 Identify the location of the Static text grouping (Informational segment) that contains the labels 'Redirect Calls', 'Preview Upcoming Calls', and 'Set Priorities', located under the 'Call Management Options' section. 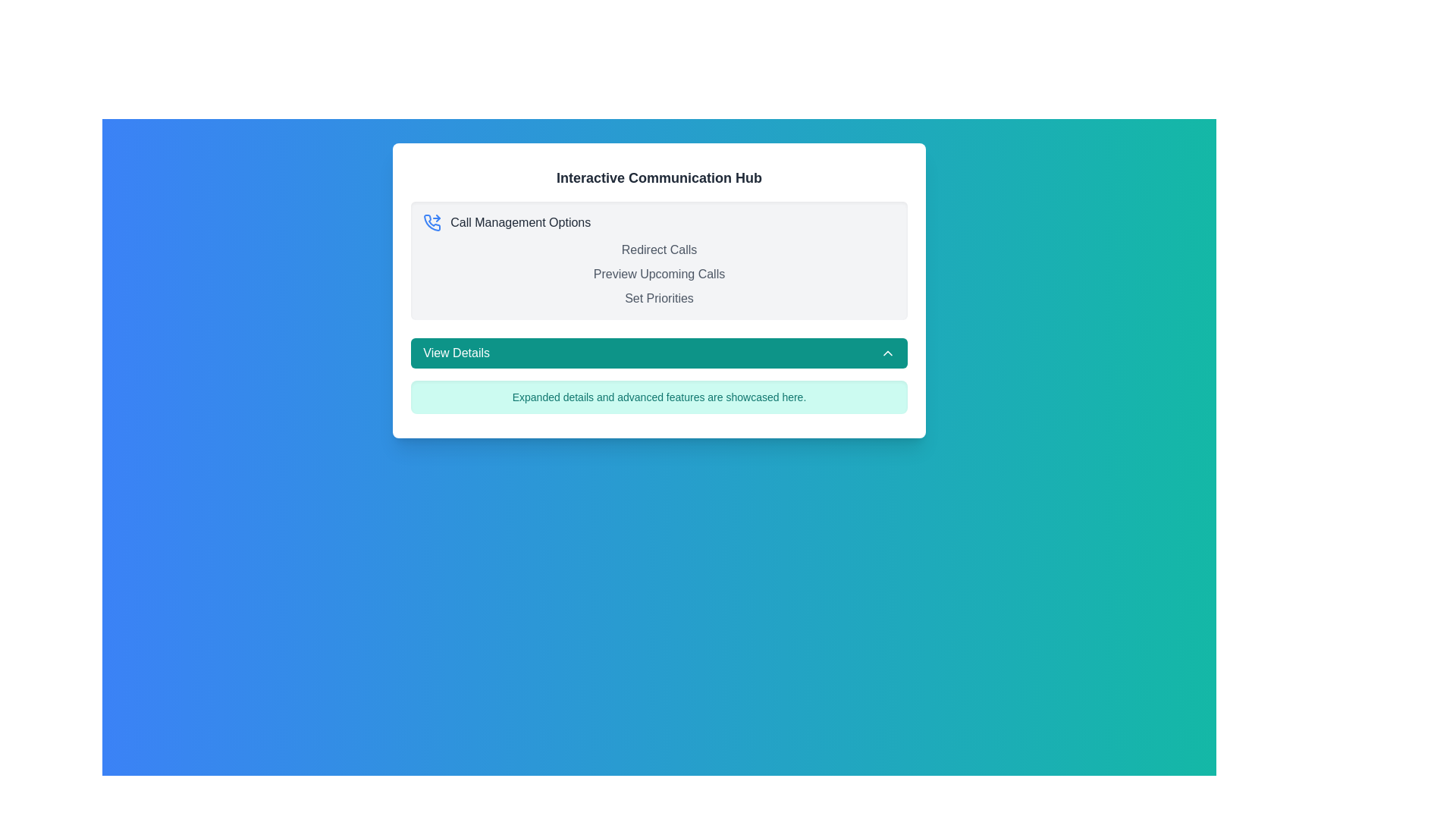
(659, 275).